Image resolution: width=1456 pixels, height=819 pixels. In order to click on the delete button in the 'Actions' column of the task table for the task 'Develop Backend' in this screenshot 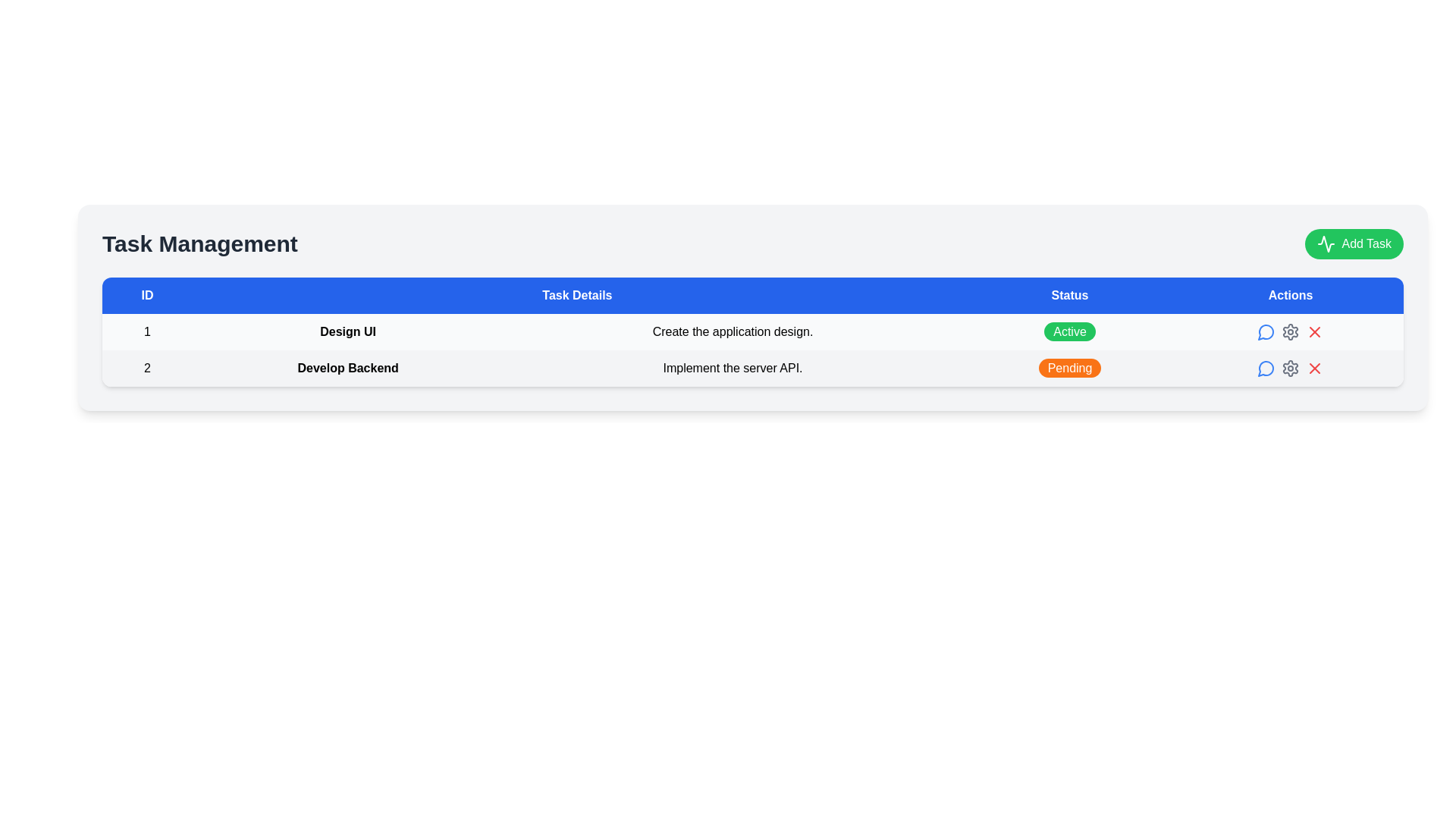, I will do `click(1314, 369)`.